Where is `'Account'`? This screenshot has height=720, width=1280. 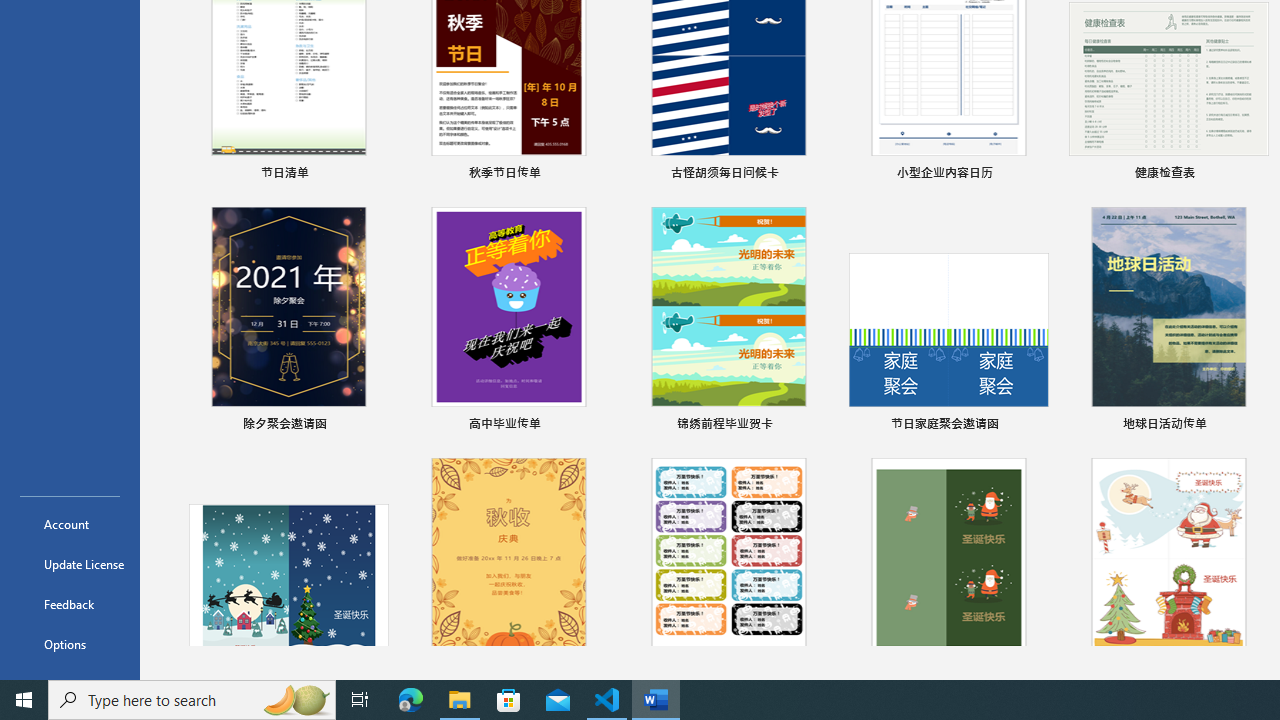 'Account' is located at coordinates (69, 523).